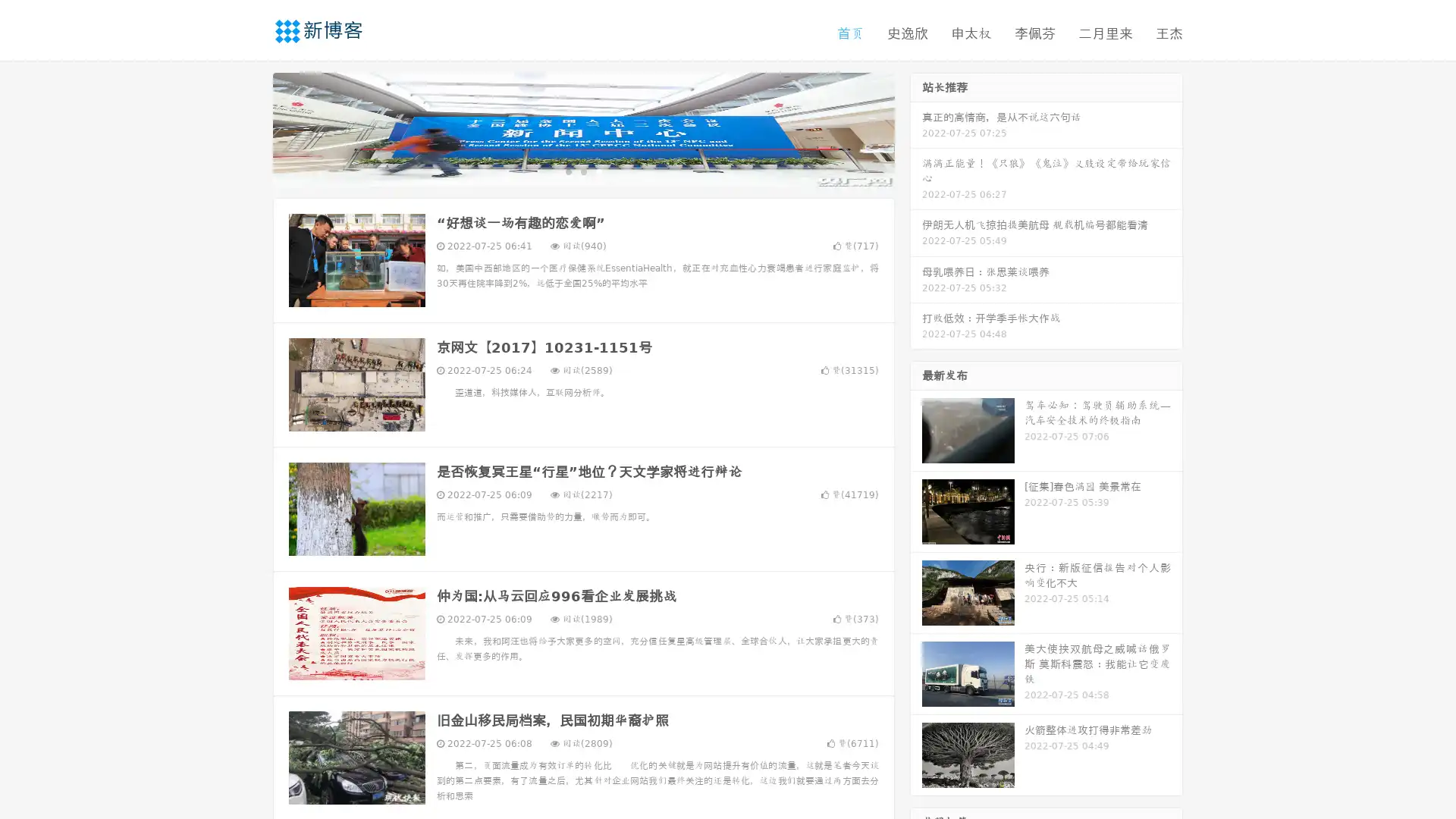 Image resolution: width=1456 pixels, height=819 pixels. Describe the element at coordinates (598, 171) in the screenshot. I see `Go to slide 3` at that location.